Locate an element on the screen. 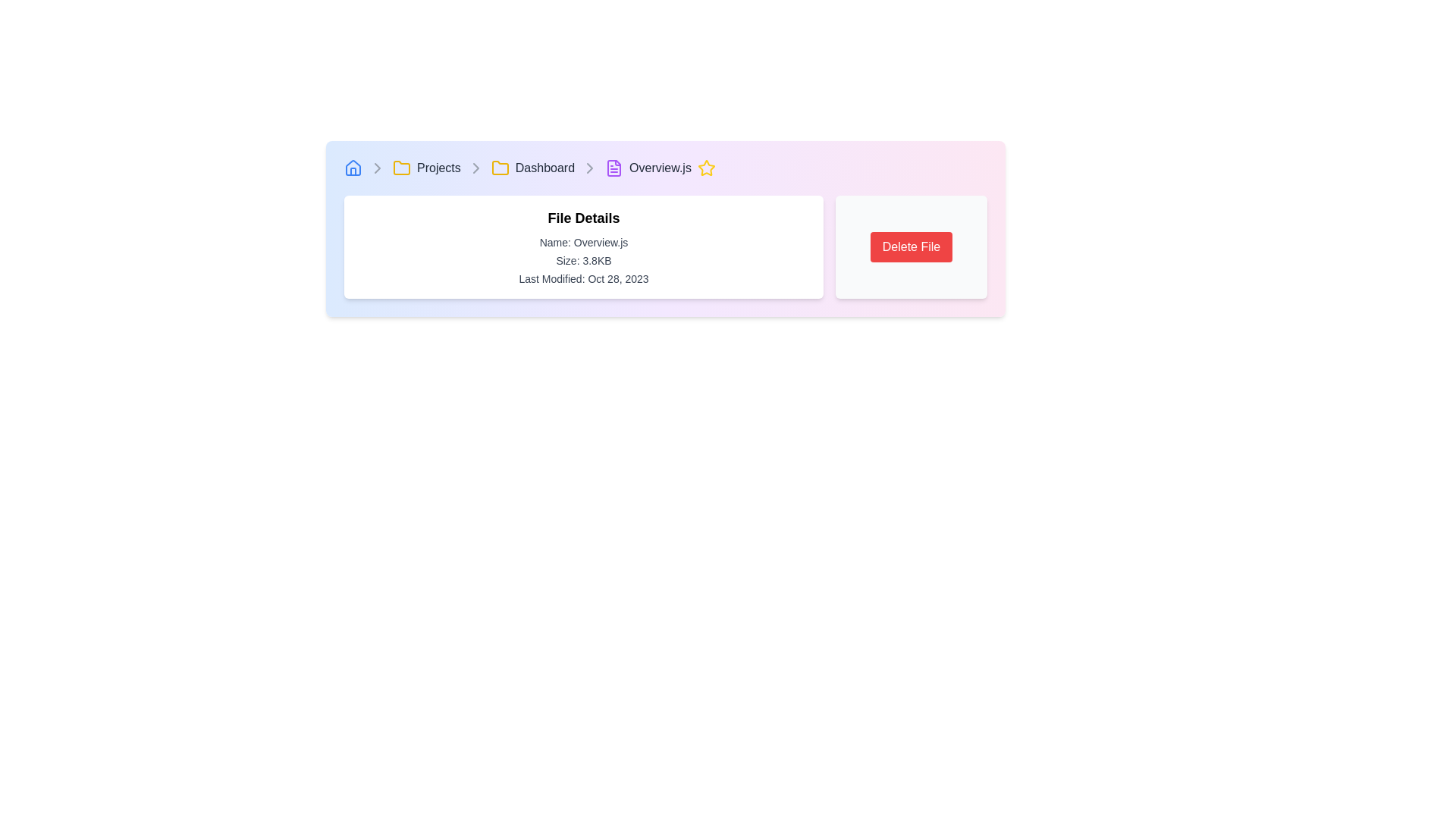 Image resolution: width=1456 pixels, height=819 pixels. the text label that indicates the last modification date of a file, located in the 'File Details' section, below 'Name: Overview.js' and 'Size: 3.8KB.' is located at coordinates (582, 278).